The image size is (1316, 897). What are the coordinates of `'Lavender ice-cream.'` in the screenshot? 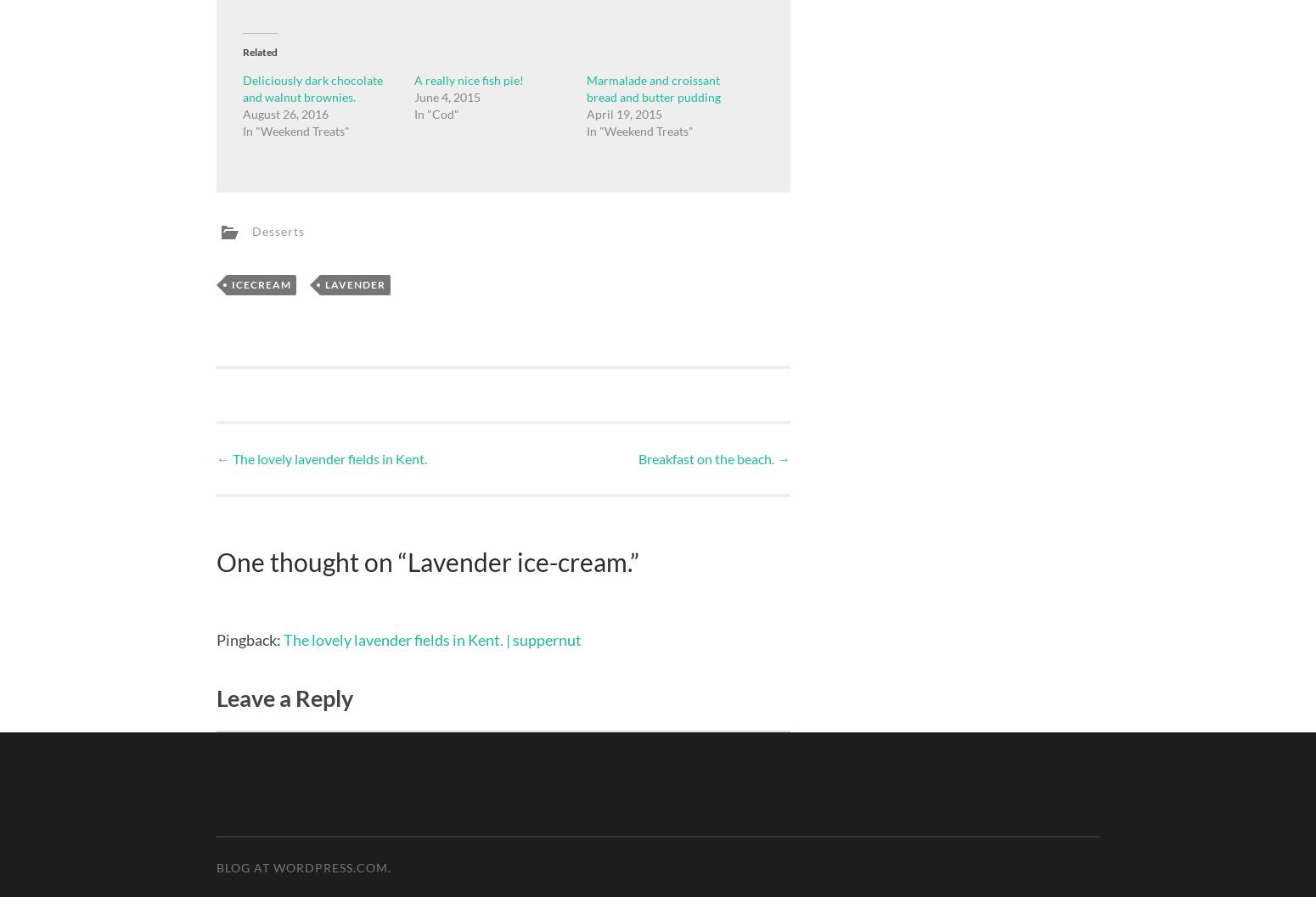 It's located at (519, 561).